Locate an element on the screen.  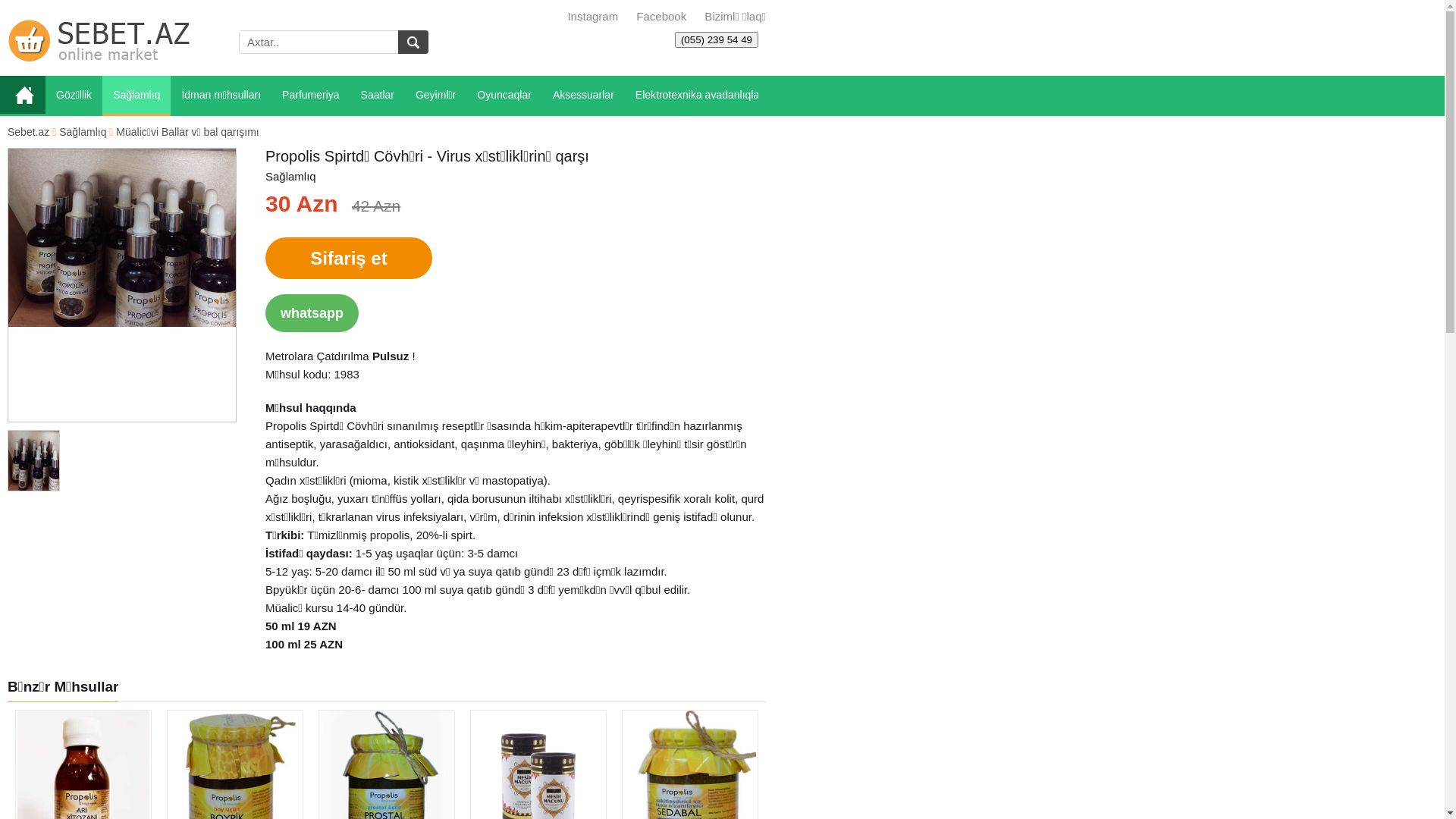
'Saatlar' is located at coordinates (378, 96).